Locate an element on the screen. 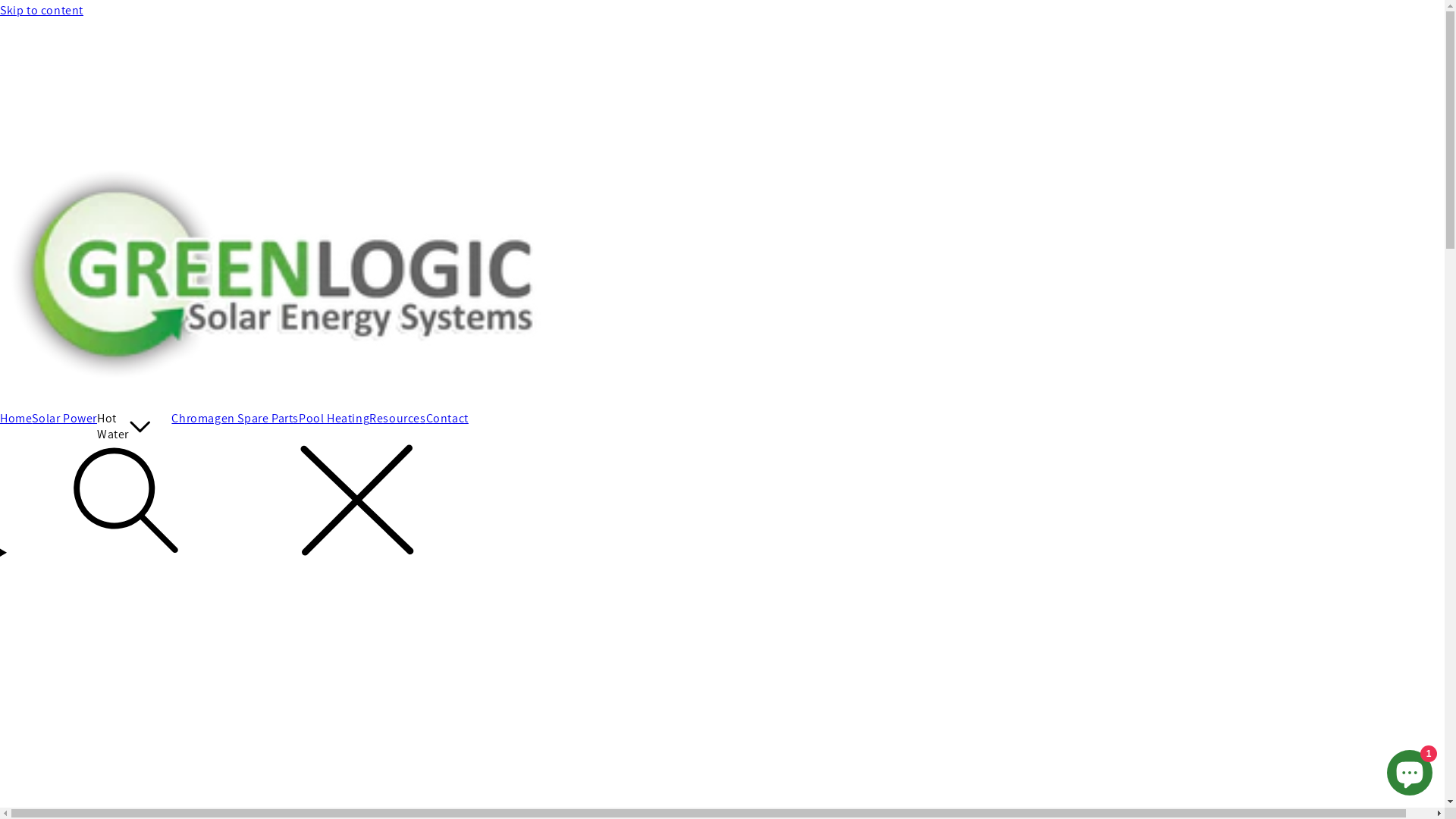  'Shopify online store chat' is located at coordinates (1408, 769).